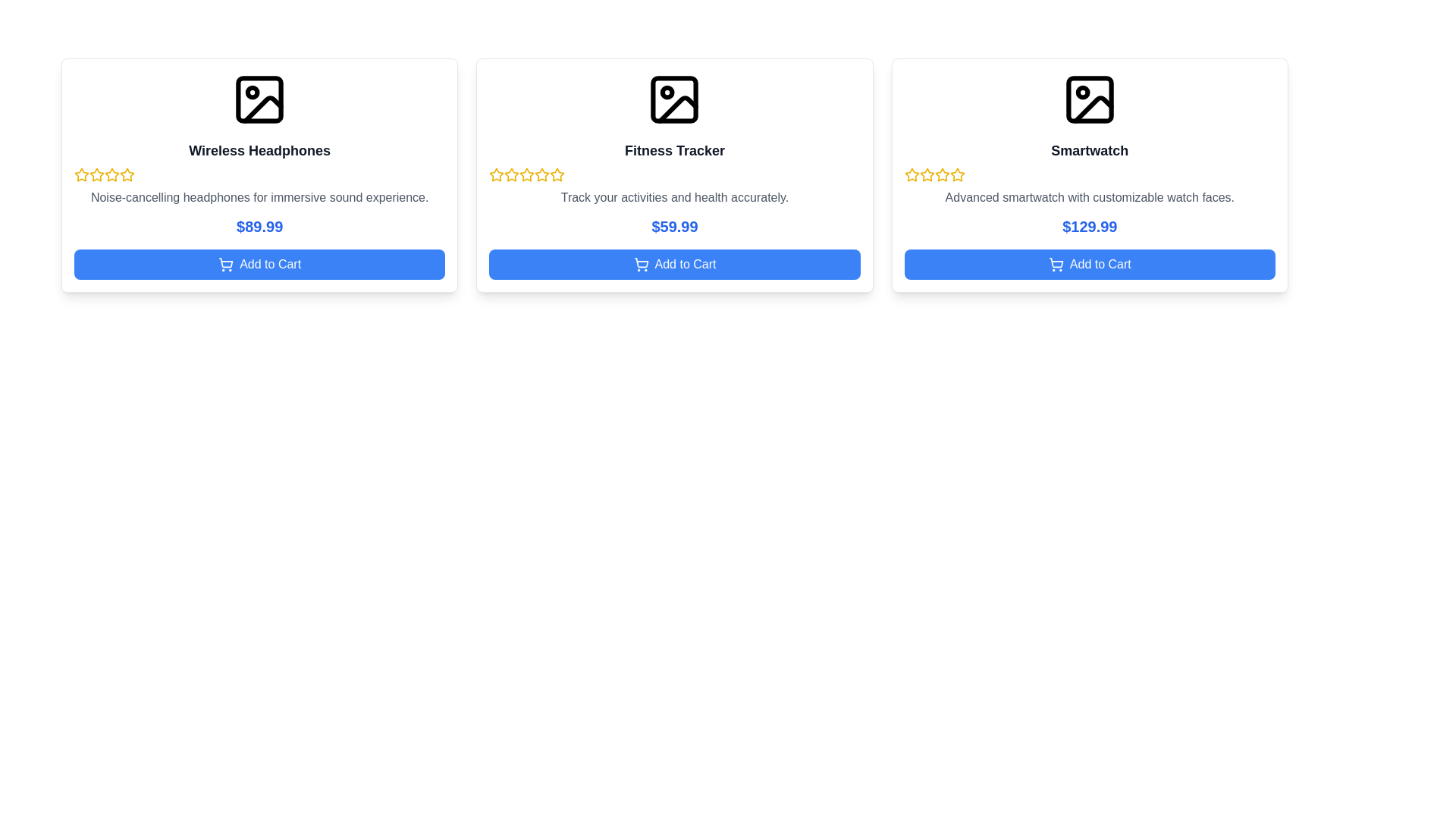  Describe the element at coordinates (259, 263) in the screenshot. I see `the rectangular blue button labeled 'Add to Cart' with a shopping cart icon` at that location.